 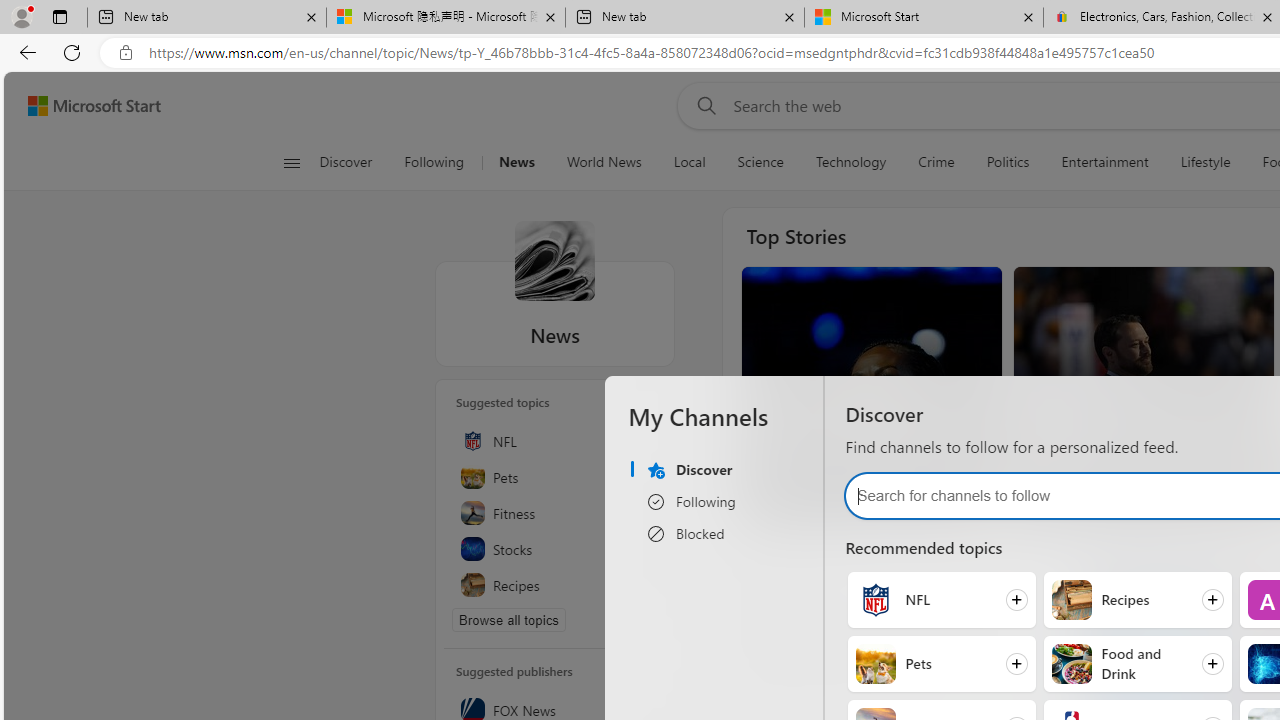 What do you see at coordinates (1103, 162) in the screenshot?
I see `'Entertainment'` at bounding box center [1103, 162].